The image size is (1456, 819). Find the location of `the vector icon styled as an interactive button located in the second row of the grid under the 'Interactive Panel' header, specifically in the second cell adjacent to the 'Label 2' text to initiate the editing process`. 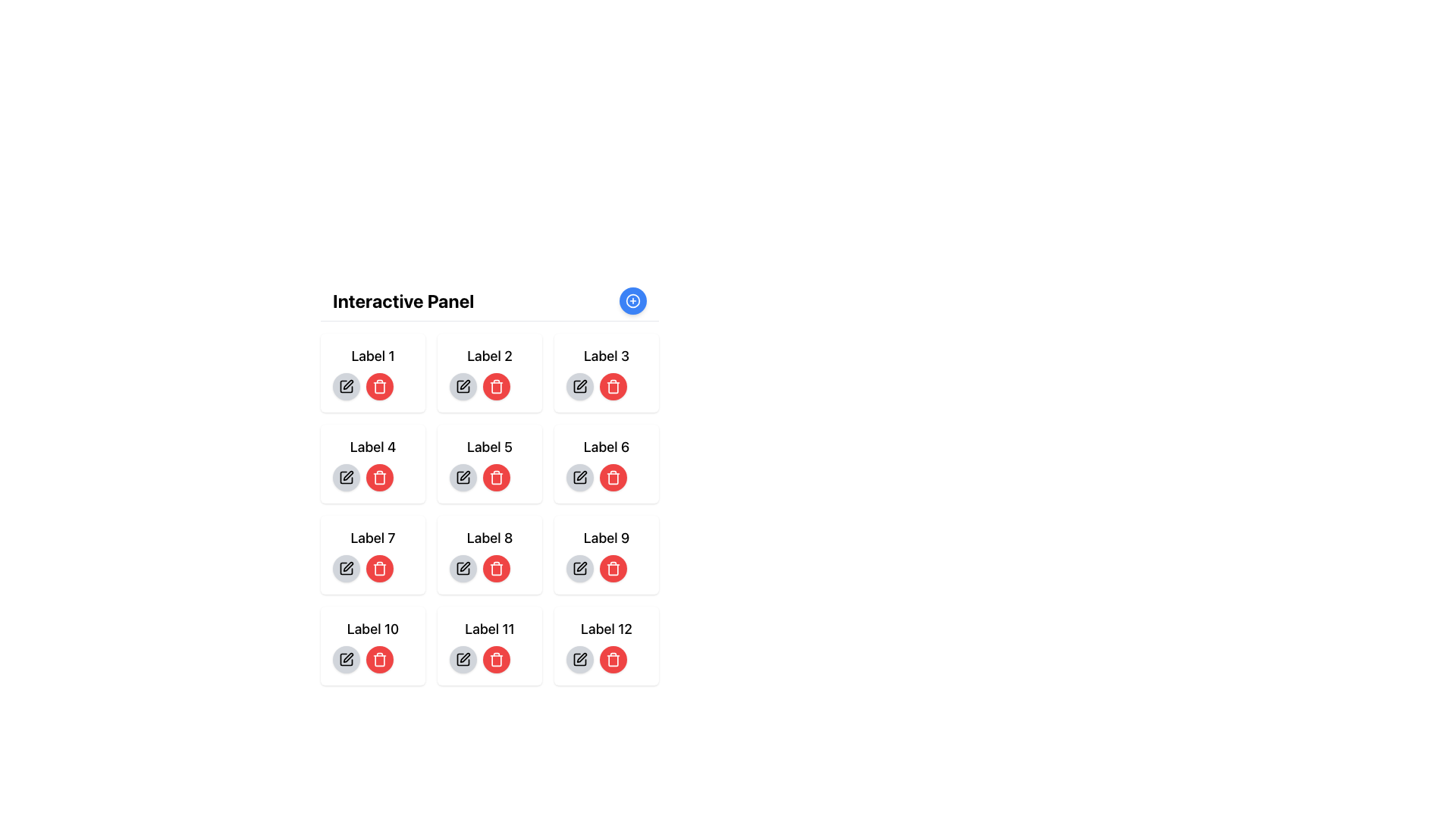

the vector icon styled as an interactive button located in the second row of the grid under the 'Interactive Panel' header, specifically in the second cell adjacent to the 'Label 2' text to initiate the editing process is located at coordinates (462, 385).